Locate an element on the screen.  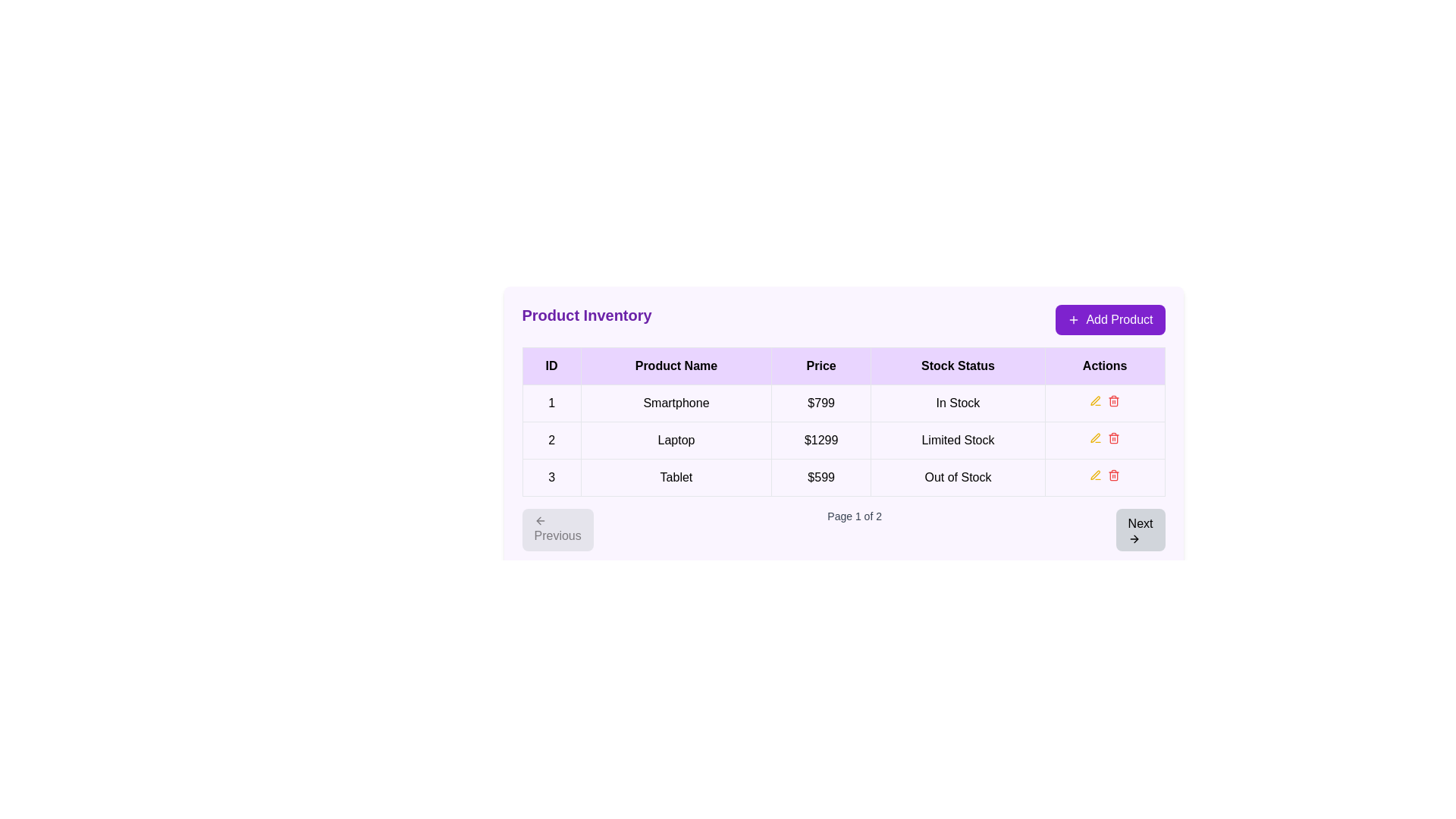
the purple 'Add Product' button with rounded corners, which includes a plus sign icon and white text is located at coordinates (1110, 318).